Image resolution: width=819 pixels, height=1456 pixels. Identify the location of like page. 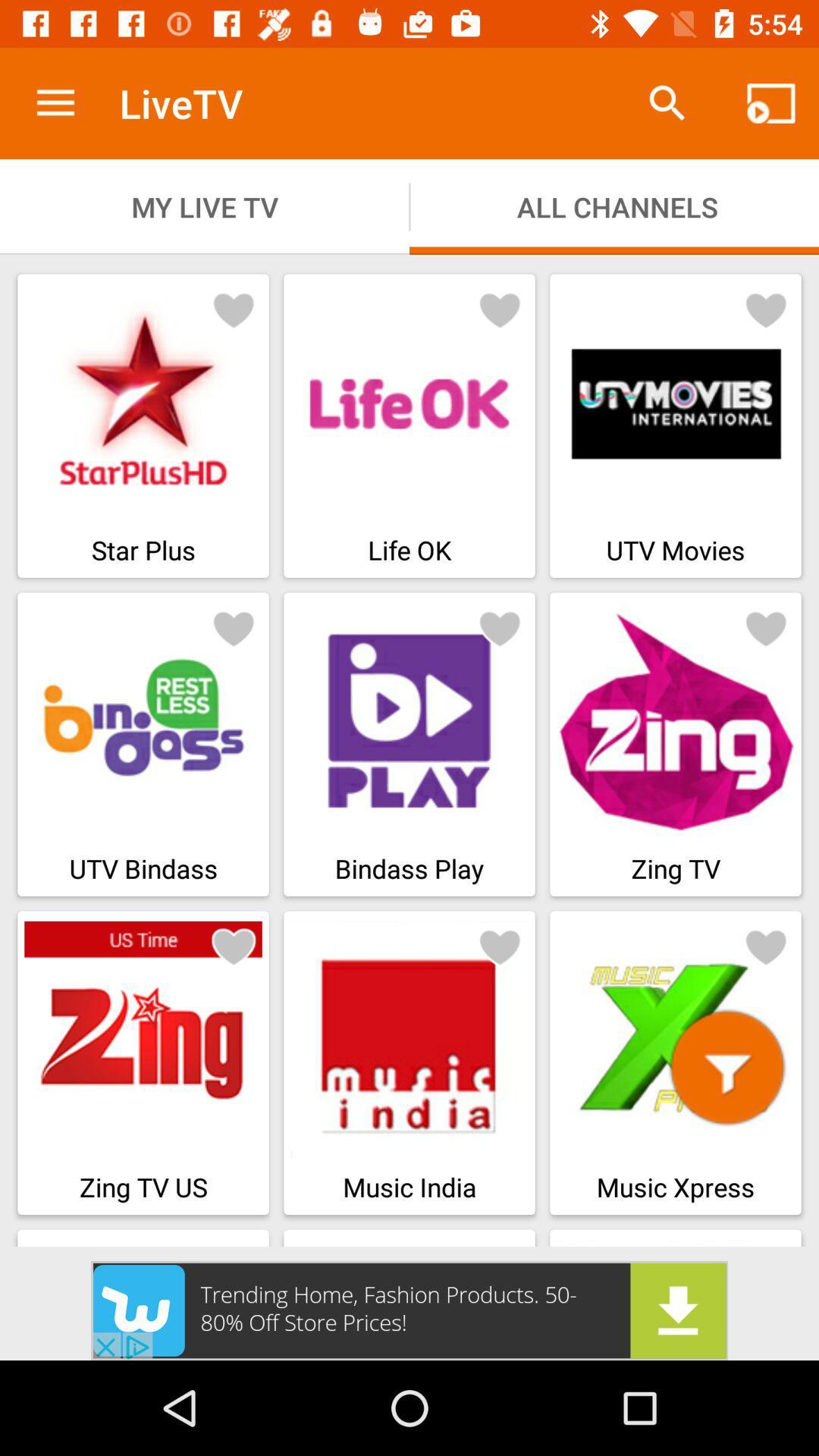
(766, 946).